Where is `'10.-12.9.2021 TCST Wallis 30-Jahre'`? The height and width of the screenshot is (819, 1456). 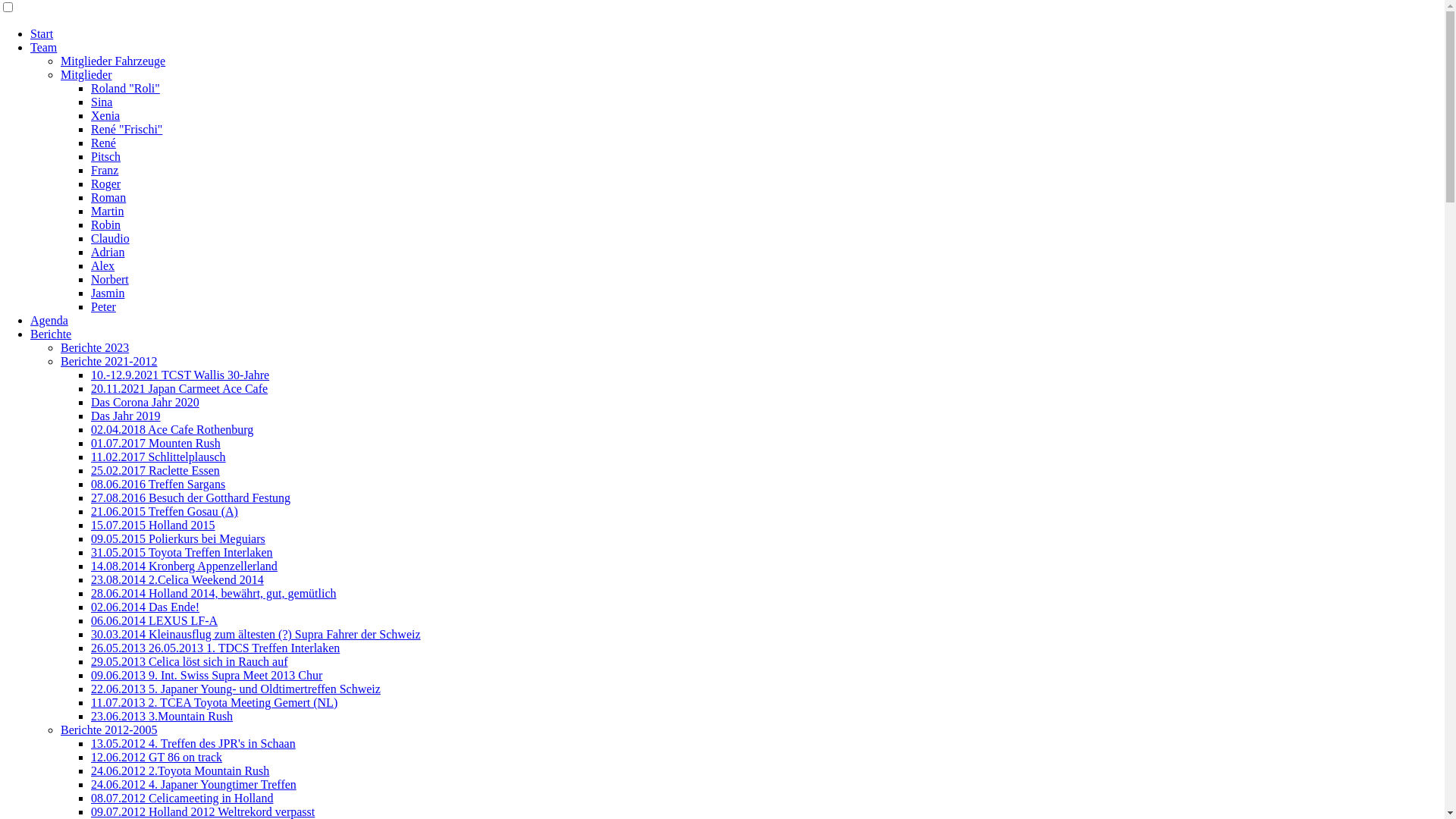
'10.-12.9.2021 TCST Wallis 30-Jahre' is located at coordinates (180, 375).